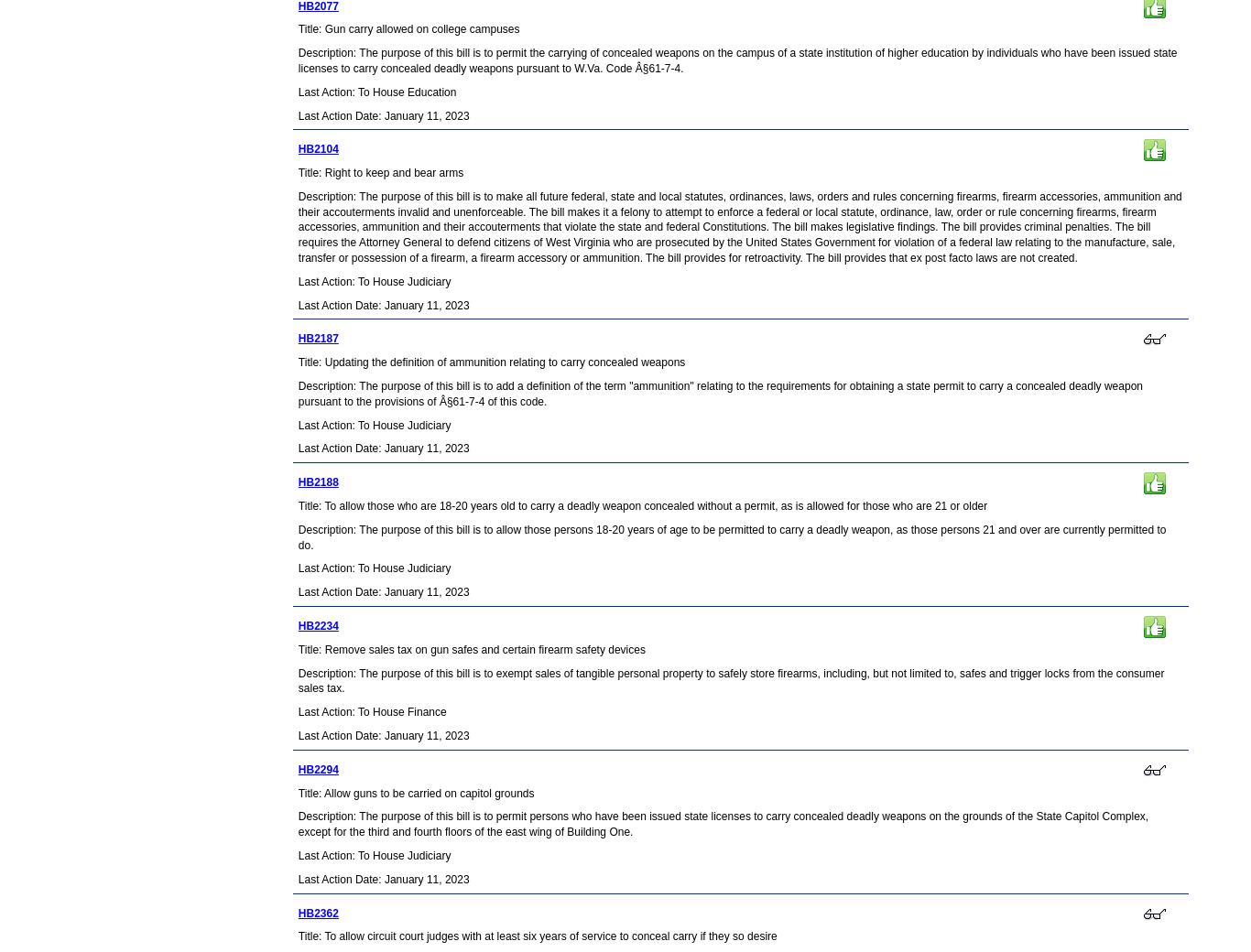 Image resolution: width=1251 pixels, height=952 pixels. I want to click on 'Description: The purpose of this bill is to permit the carrying of concealed weapons on the campus of a state institution of higher education by individuals who have been issued state licenses to carry concealed deadly weapons pursuant to W.Va. Code Â§61-7-4.', so click(735, 59).